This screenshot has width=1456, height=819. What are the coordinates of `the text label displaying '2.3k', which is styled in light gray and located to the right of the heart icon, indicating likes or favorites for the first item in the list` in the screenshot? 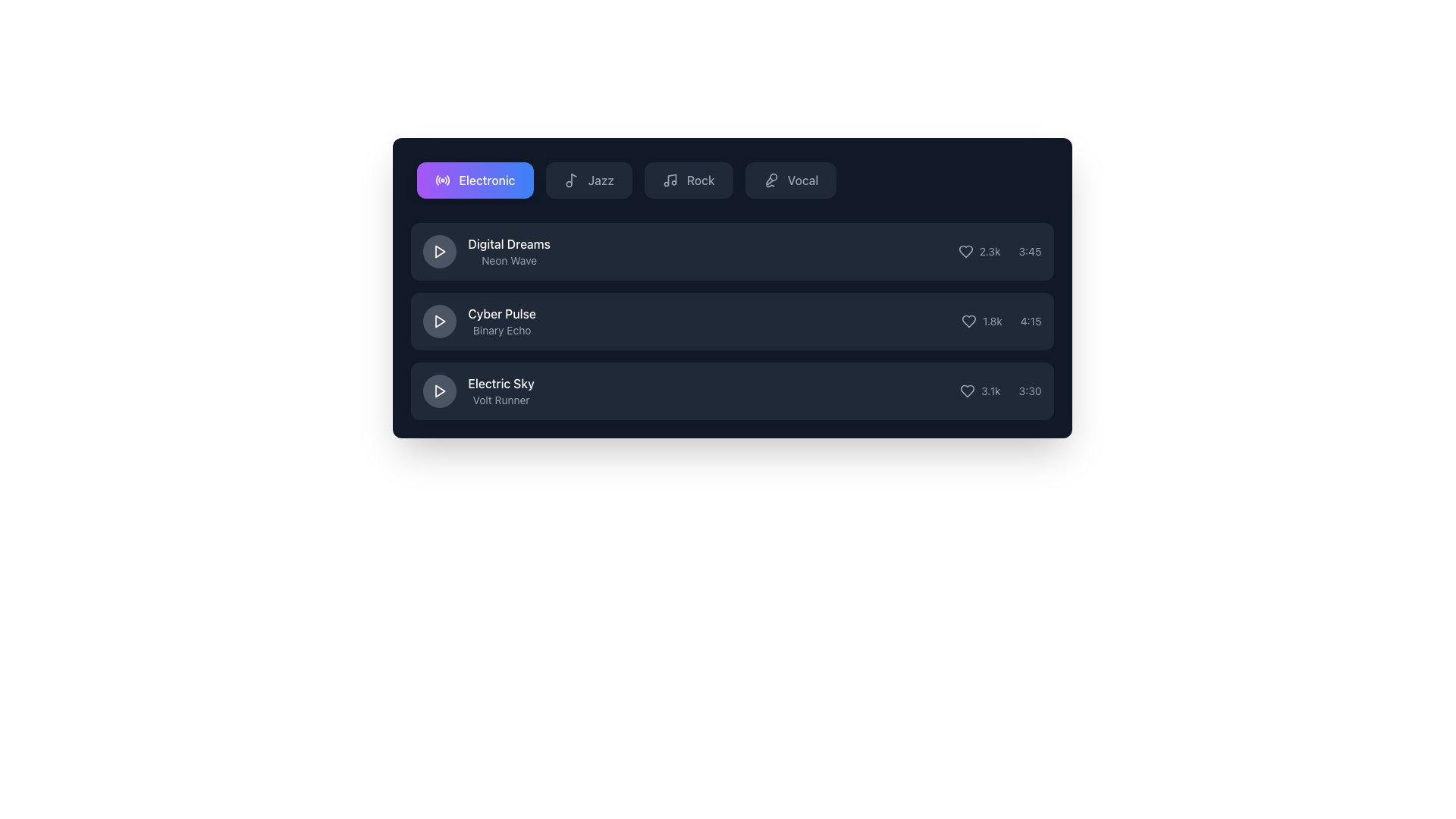 It's located at (990, 250).